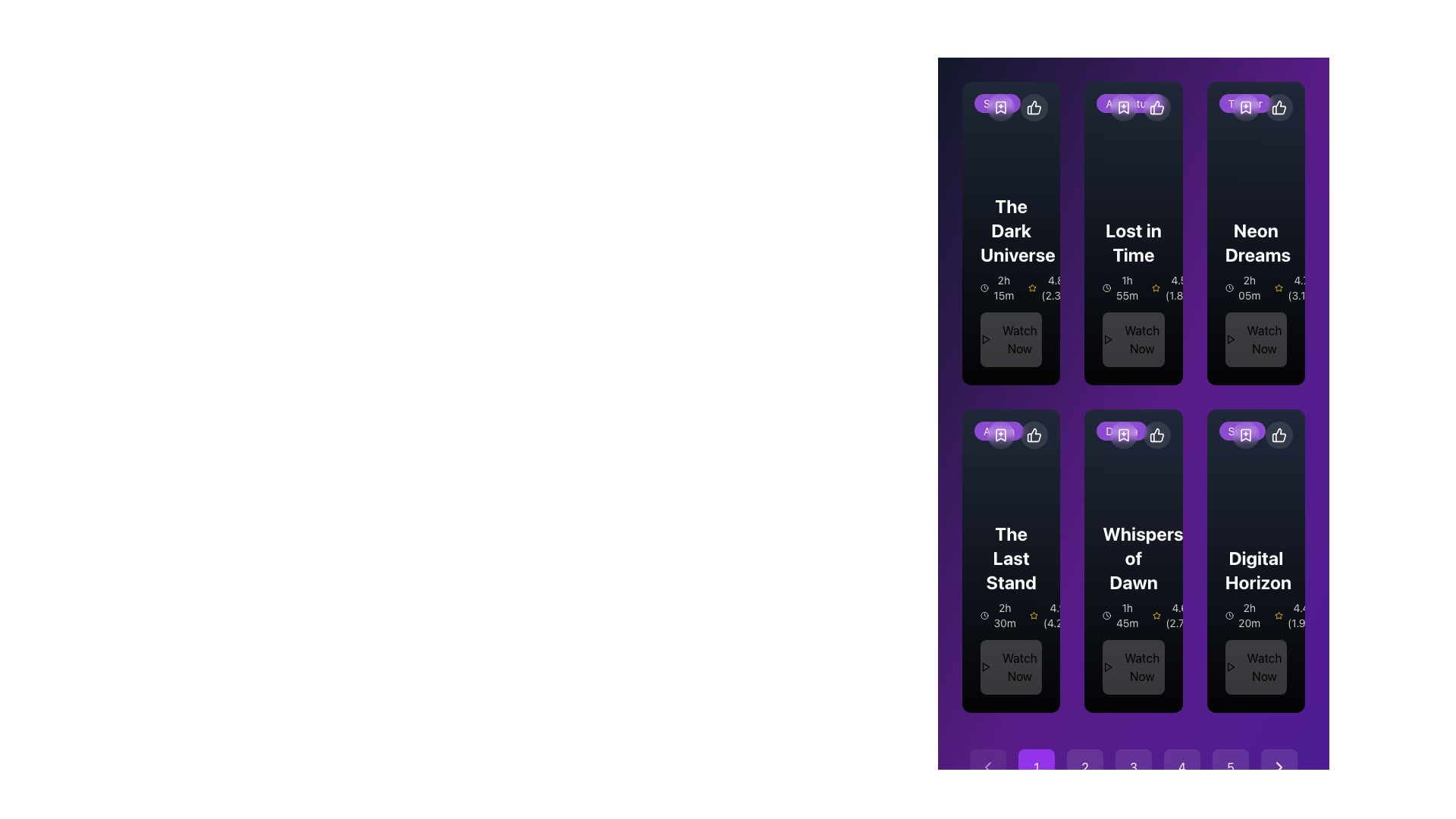 The width and height of the screenshot is (1456, 819). Describe the element at coordinates (1121, 288) in the screenshot. I see `the text '1h 55m' with the clock icon, located in the 'Lost in Time' card, second column, beneath the card's title` at that location.